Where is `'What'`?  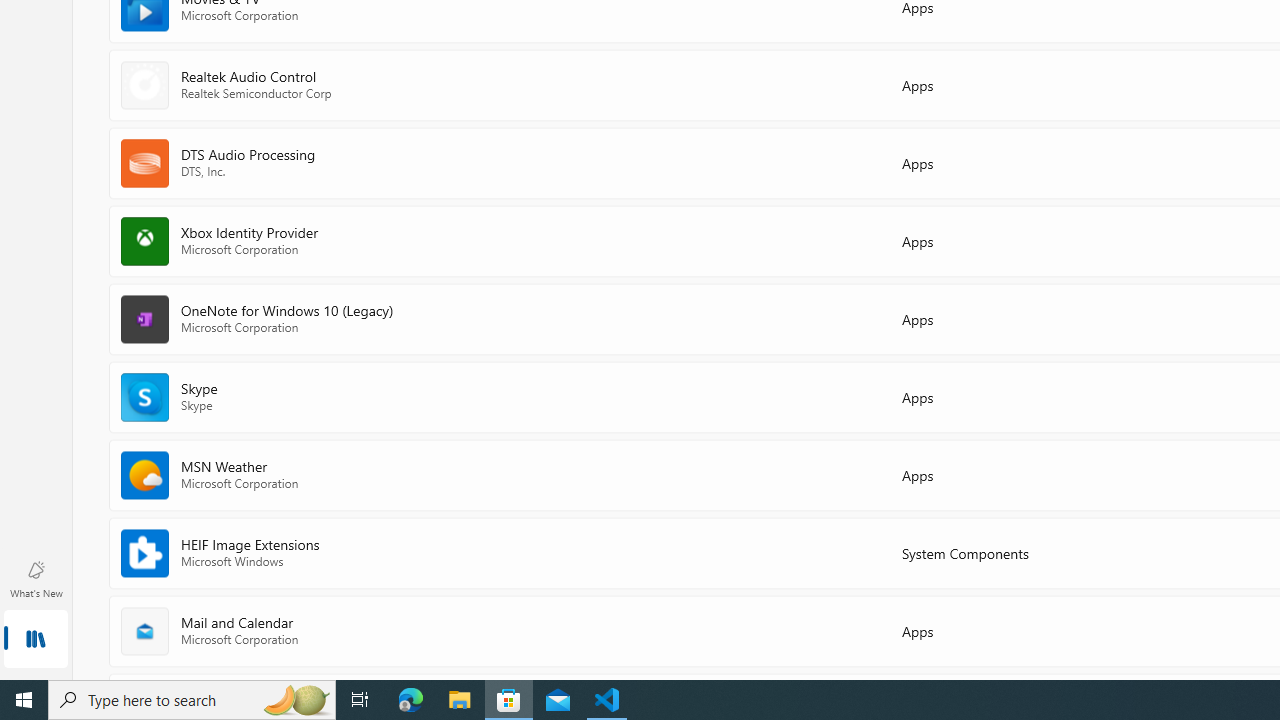
'What' is located at coordinates (35, 578).